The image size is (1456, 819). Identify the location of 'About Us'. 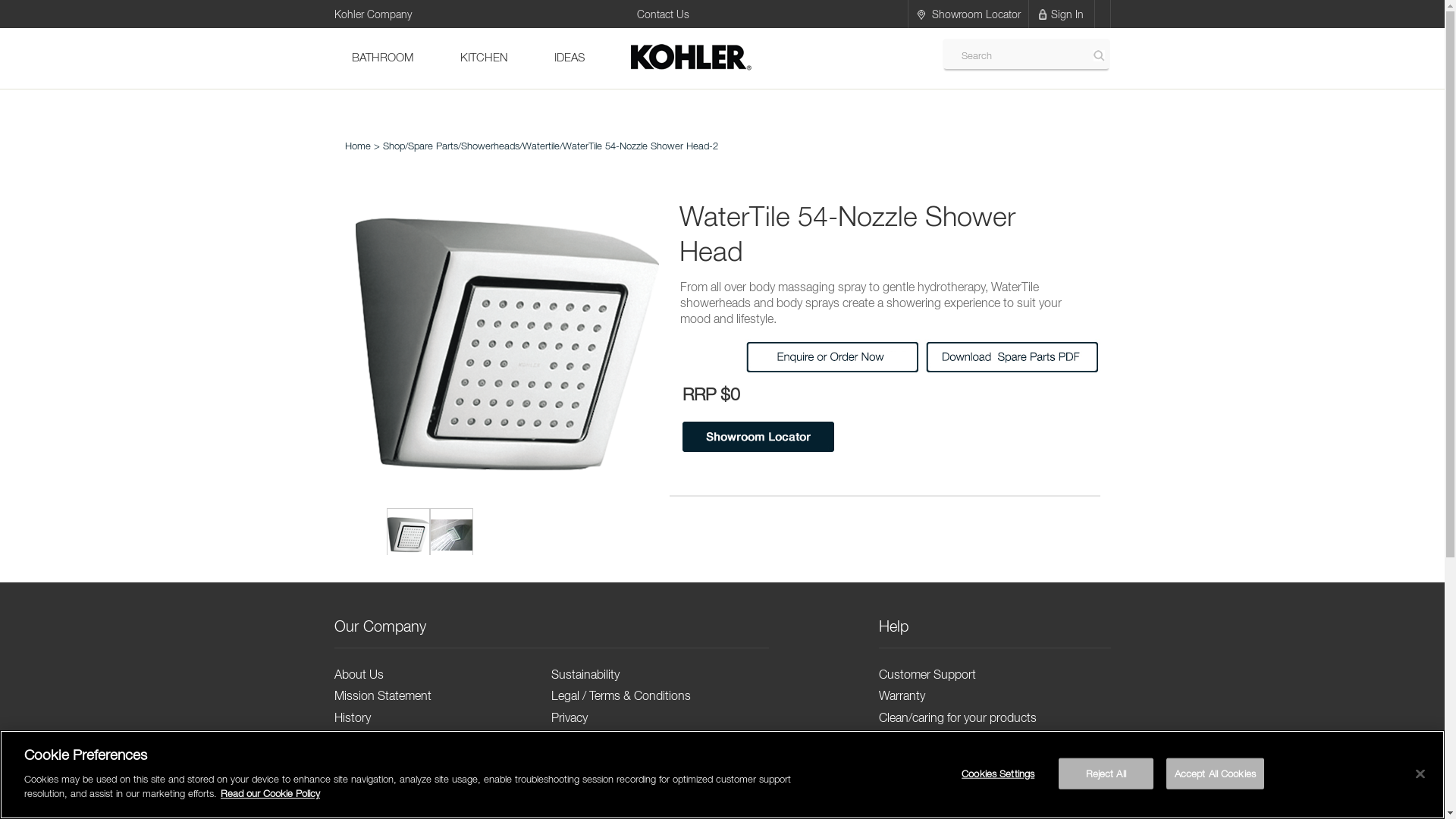
(357, 673).